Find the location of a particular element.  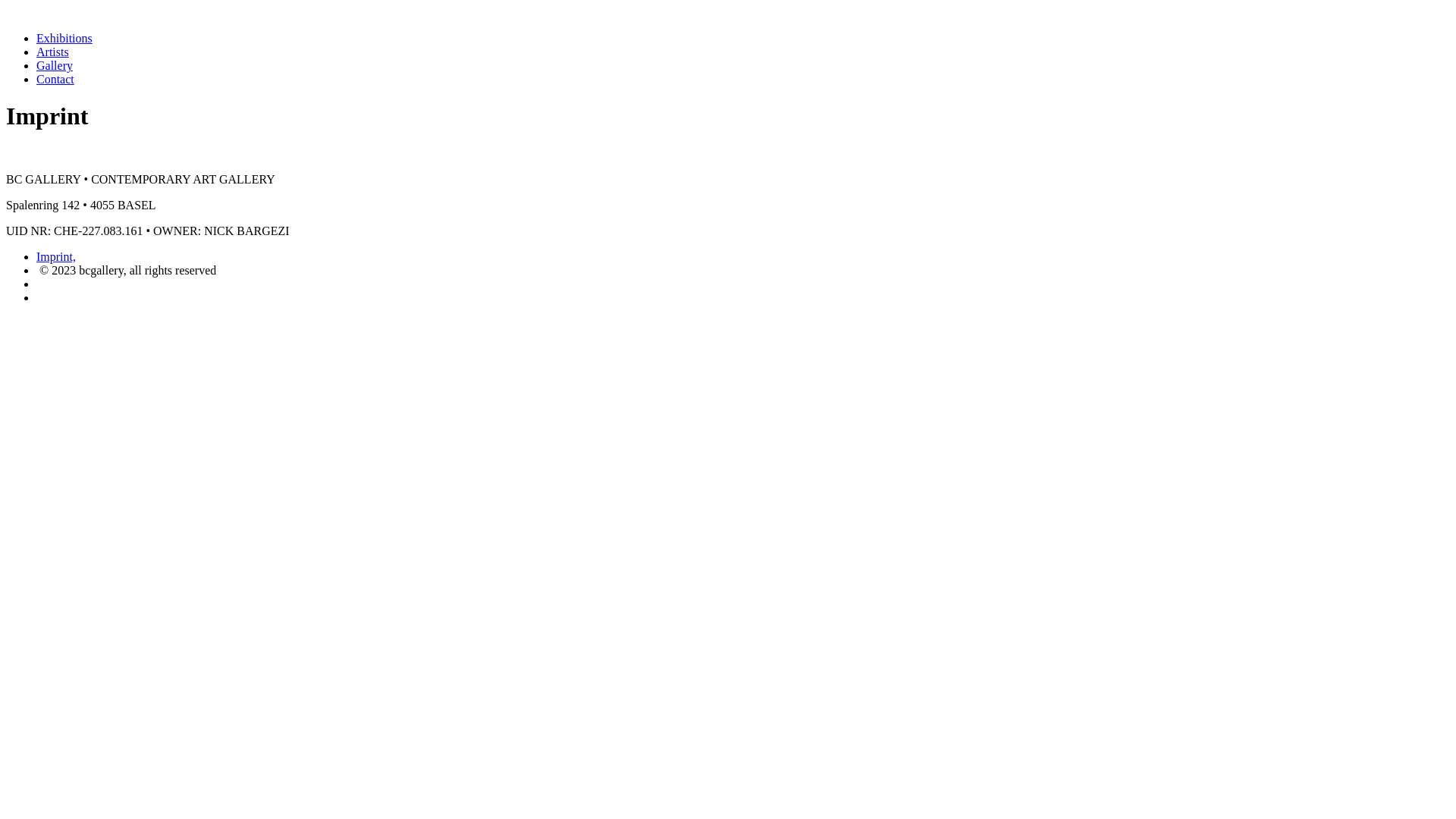

'Gallery' is located at coordinates (55, 64).